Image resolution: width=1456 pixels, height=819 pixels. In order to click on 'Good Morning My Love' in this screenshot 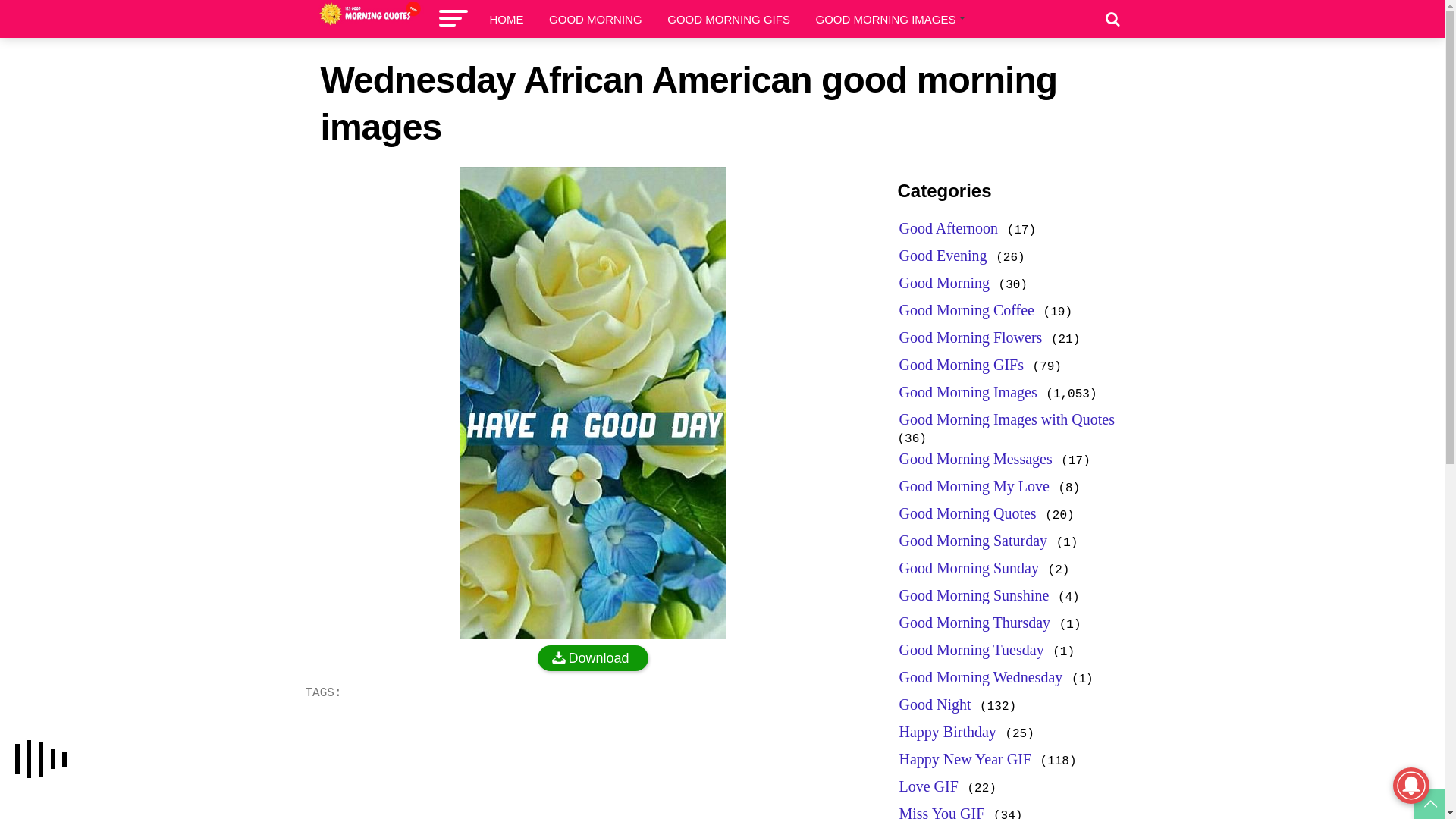, I will do `click(974, 485)`.